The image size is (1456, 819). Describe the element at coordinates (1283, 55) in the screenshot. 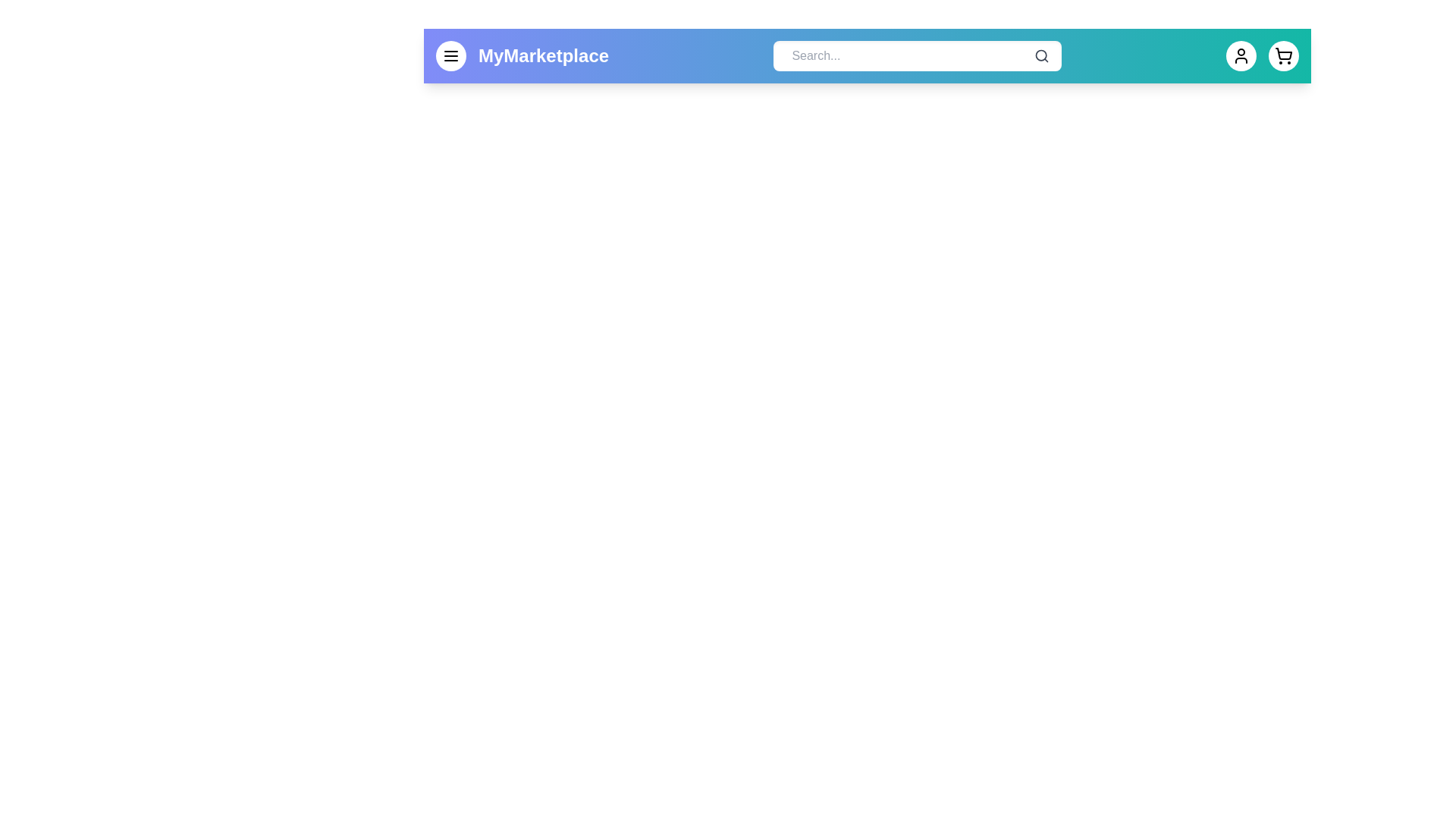

I see `the shopping cart icon to view the shopping cart` at that location.